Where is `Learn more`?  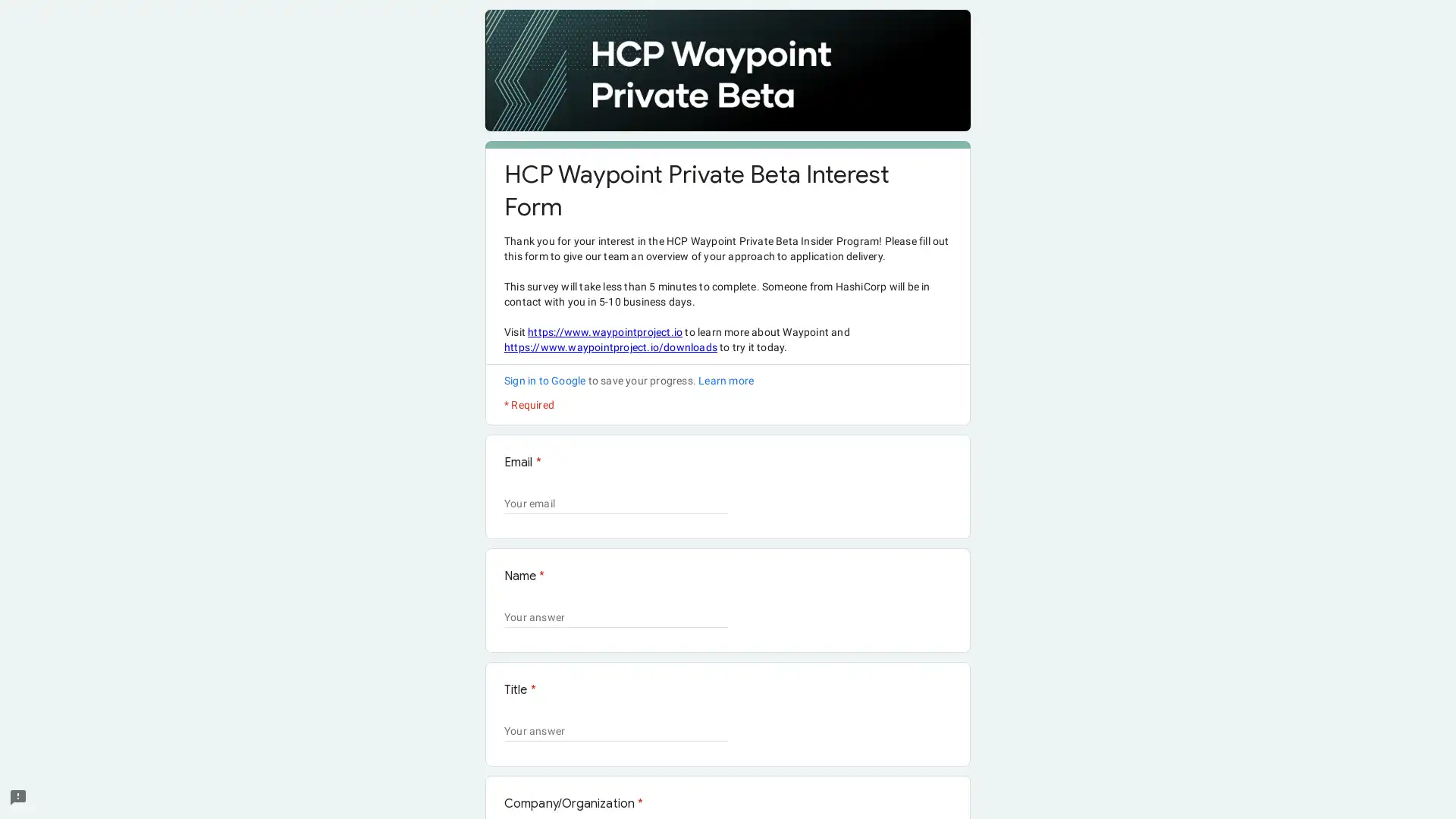 Learn more is located at coordinates (725, 379).